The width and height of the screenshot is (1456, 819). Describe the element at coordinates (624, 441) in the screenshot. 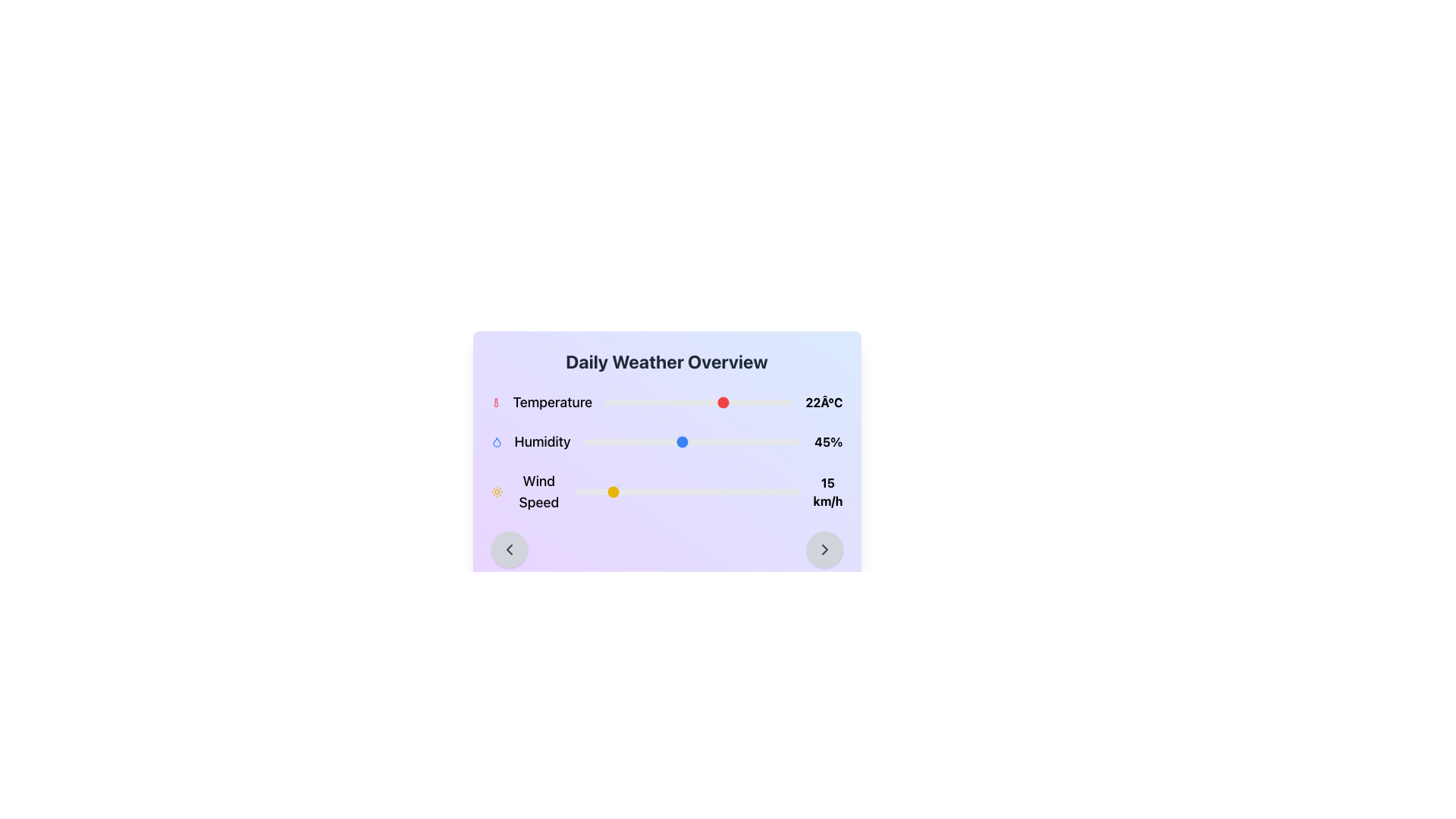

I see `humidity` at that location.